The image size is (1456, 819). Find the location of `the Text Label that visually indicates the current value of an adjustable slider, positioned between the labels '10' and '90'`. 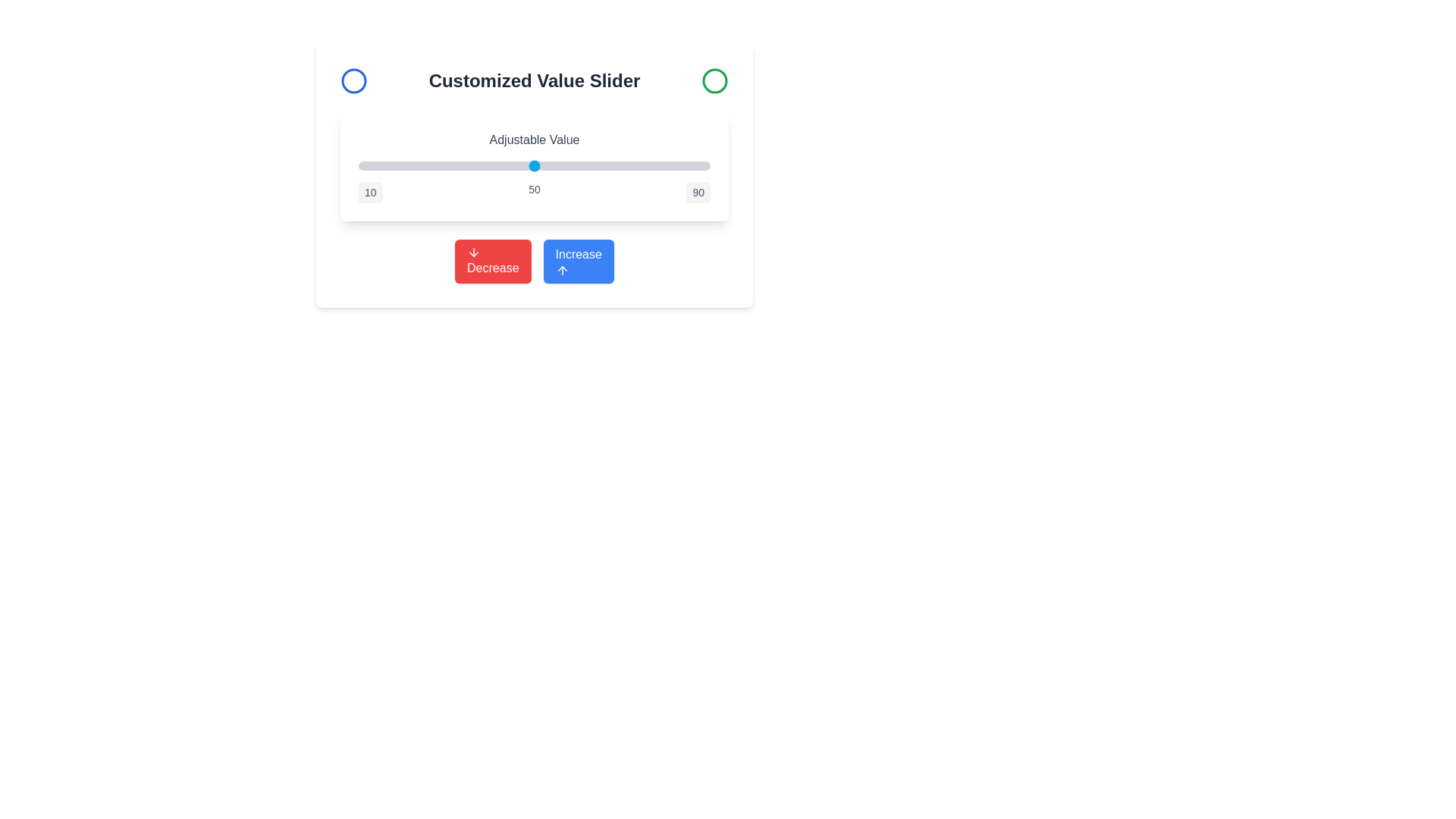

the Text Label that visually indicates the current value of an adjustable slider, positioned between the labels '10' and '90' is located at coordinates (535, 192).